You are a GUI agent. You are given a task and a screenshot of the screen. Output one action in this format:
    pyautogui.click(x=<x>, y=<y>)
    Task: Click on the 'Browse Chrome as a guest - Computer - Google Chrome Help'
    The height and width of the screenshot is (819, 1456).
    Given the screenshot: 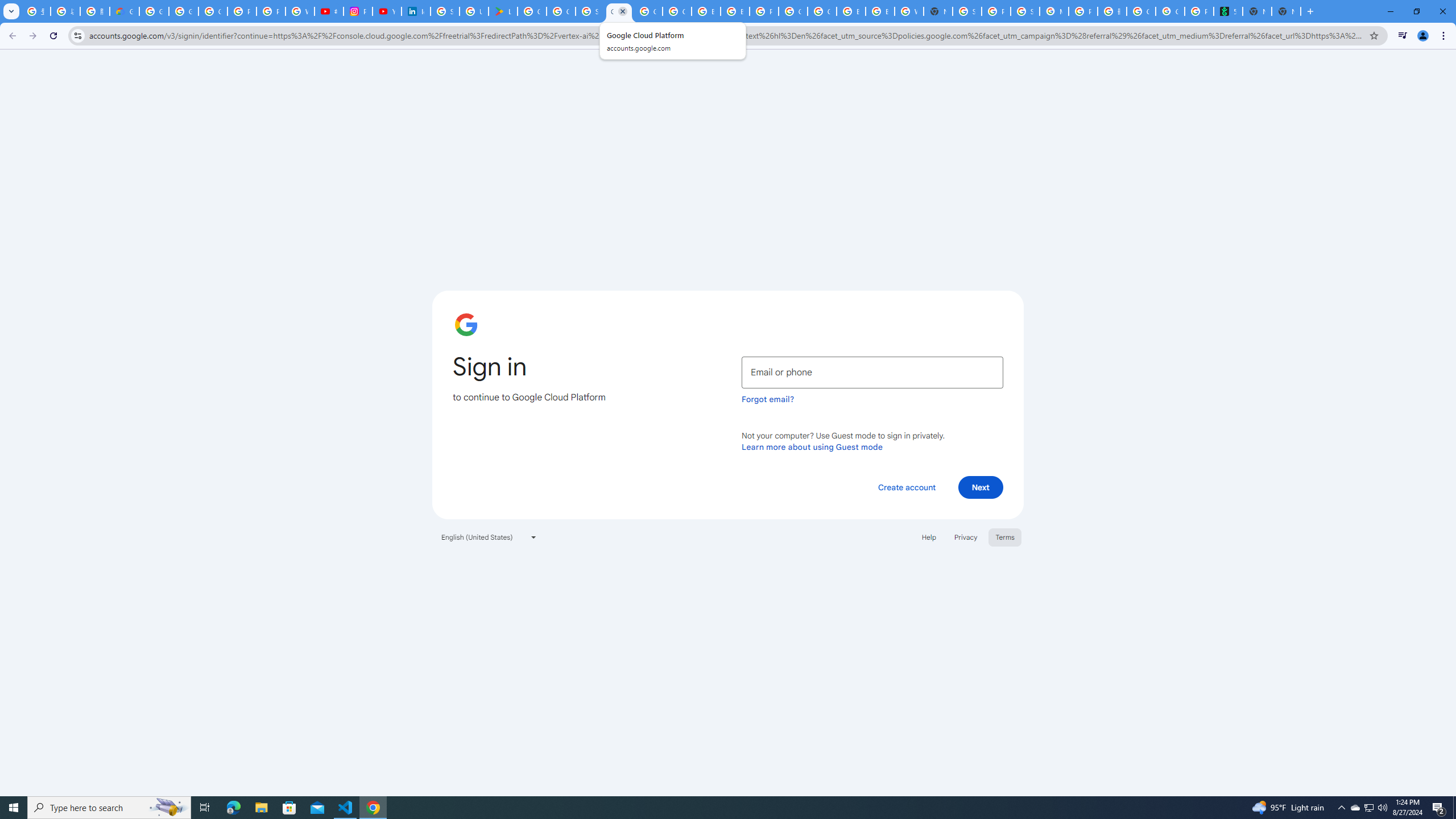 What is the action you would take?
    pyautogui.click(x=851, y=11)
    